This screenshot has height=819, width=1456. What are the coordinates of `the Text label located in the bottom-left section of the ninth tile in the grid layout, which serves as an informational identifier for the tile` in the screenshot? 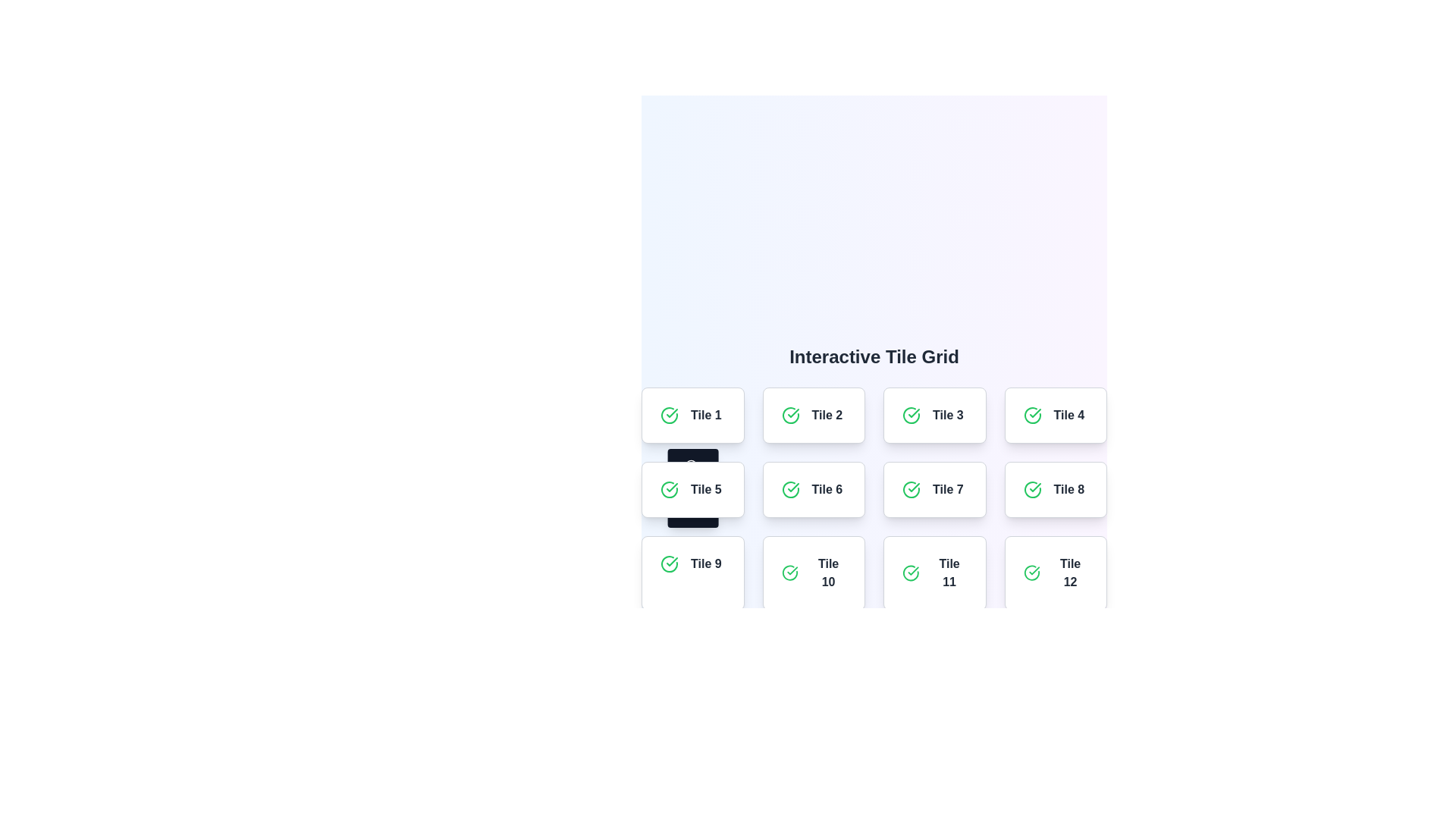 It's located at (705, 564).